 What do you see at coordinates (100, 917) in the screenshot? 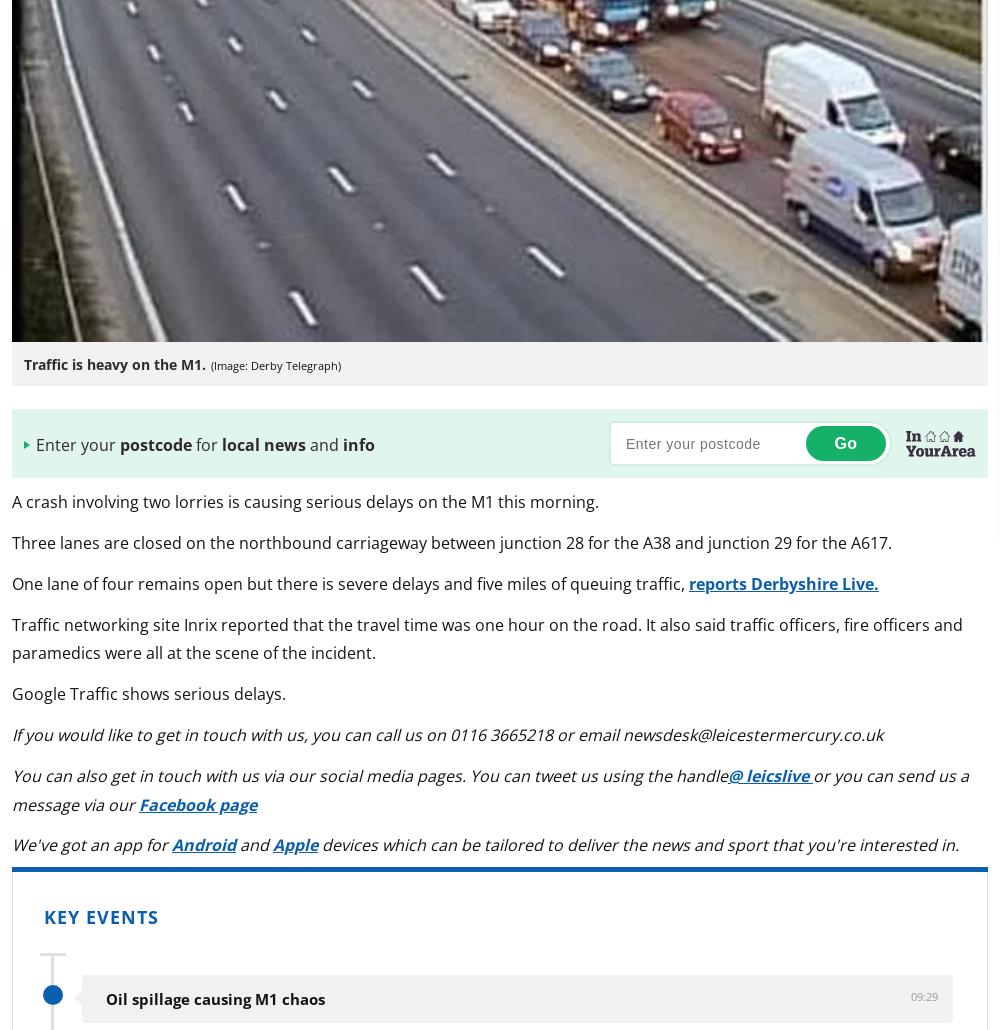
I see `'Key Events'` at bounding box center [100, 917].